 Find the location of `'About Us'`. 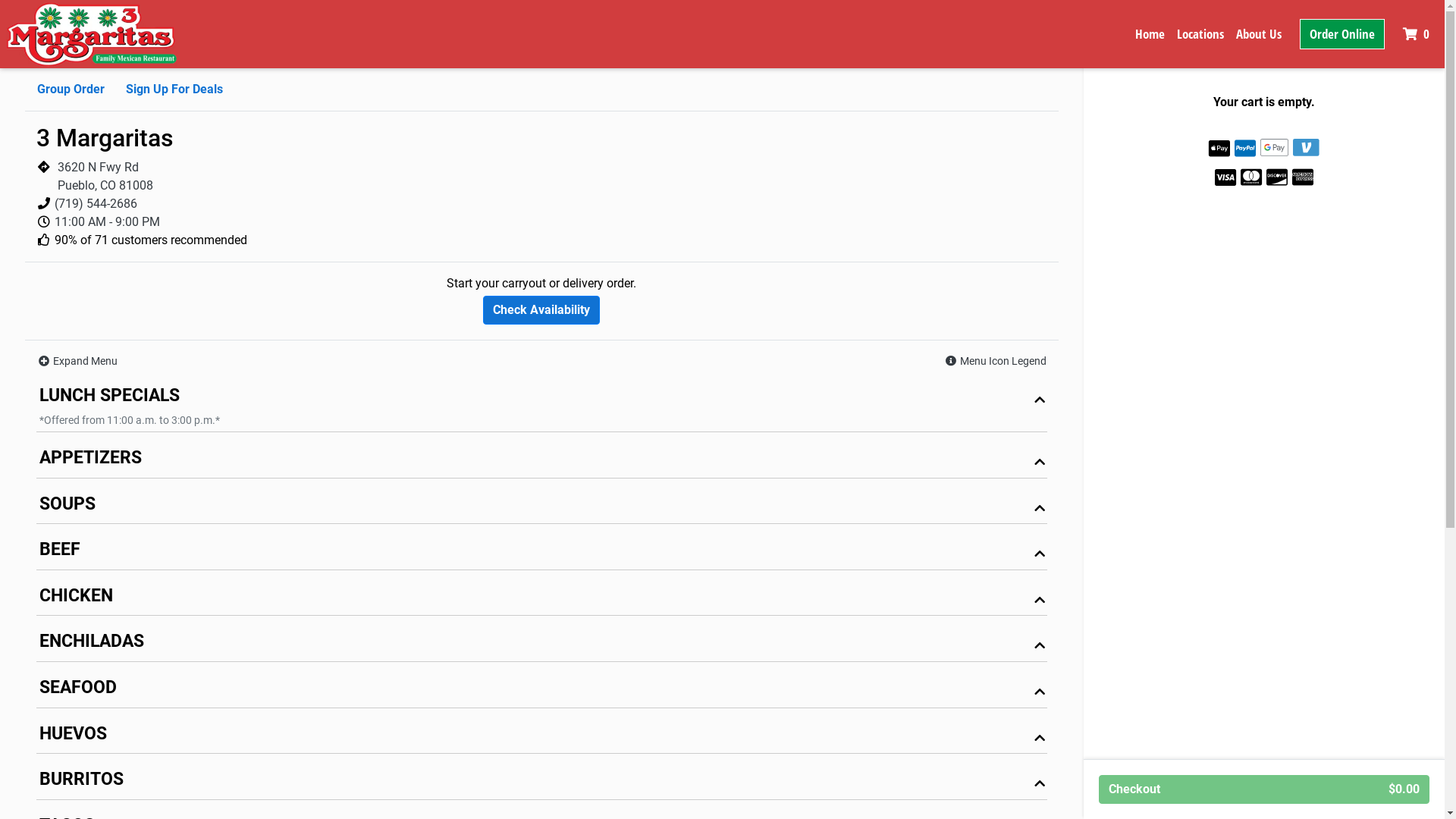

'About Us' is located at coordinates (1259, 34).